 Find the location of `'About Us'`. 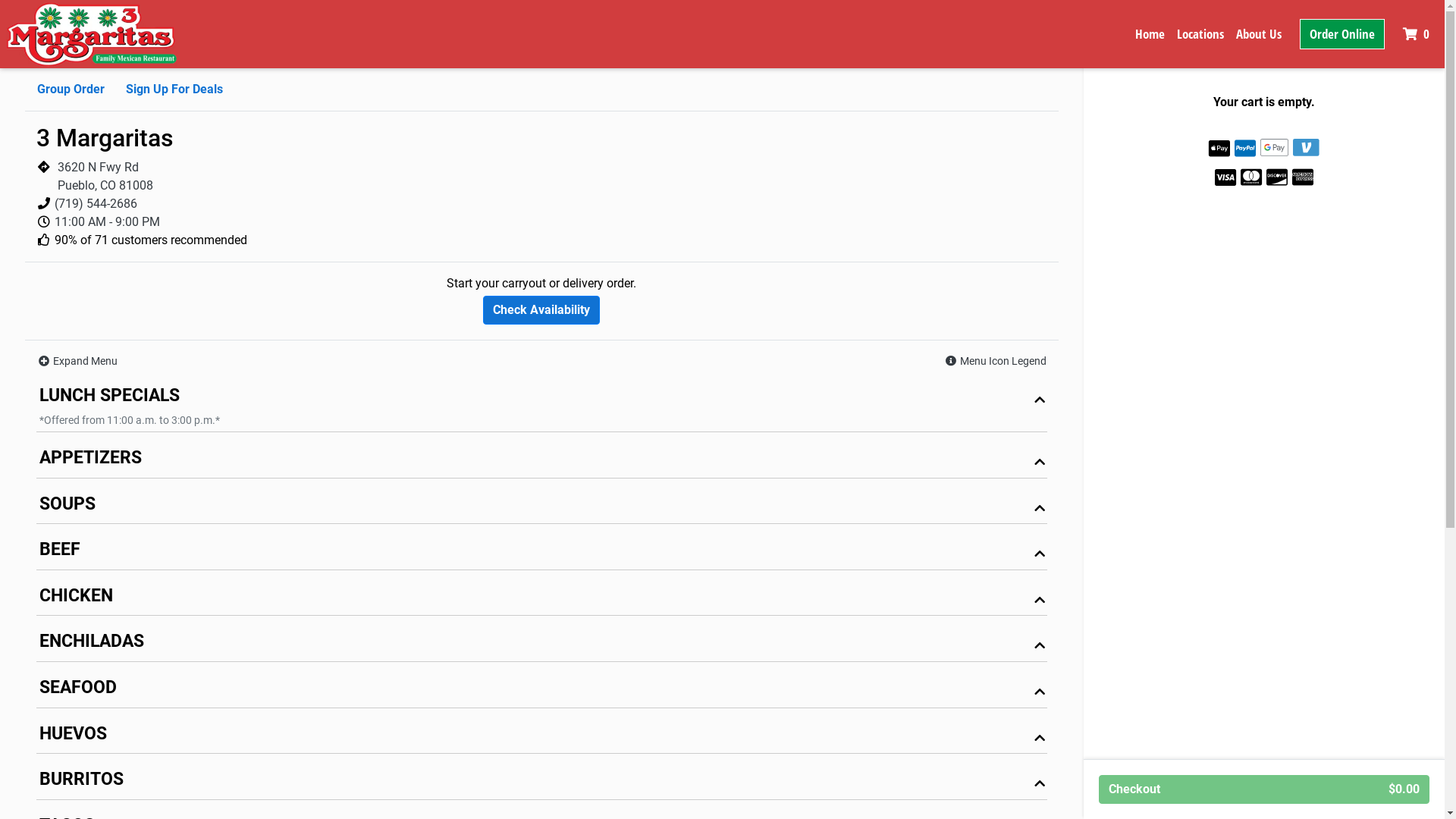

'About Us' is located at coordinates (1259, 34).